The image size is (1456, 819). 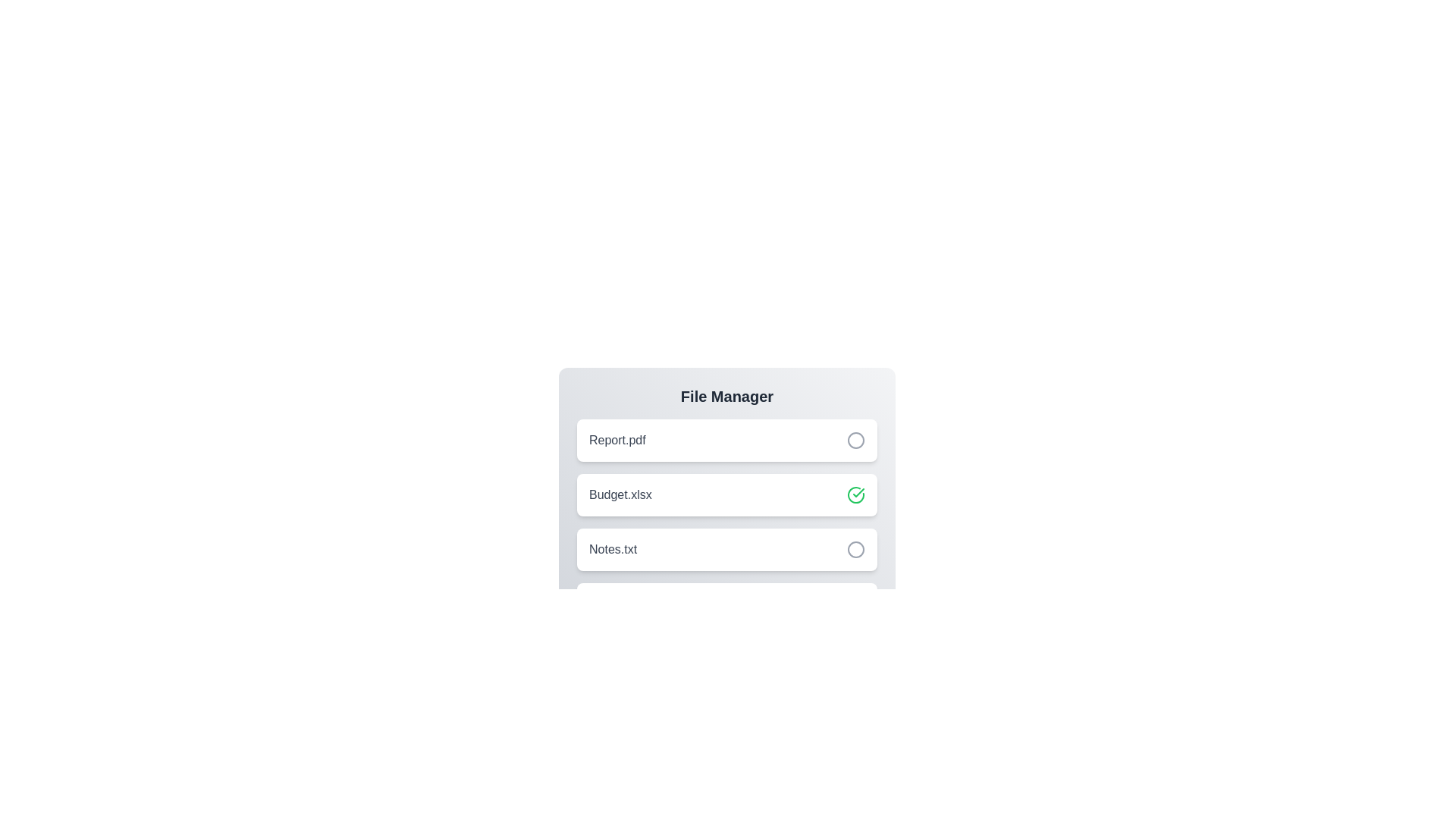 I want to click on the file item Report.pdf by clicking its associated button, so click(x=855, y=441).